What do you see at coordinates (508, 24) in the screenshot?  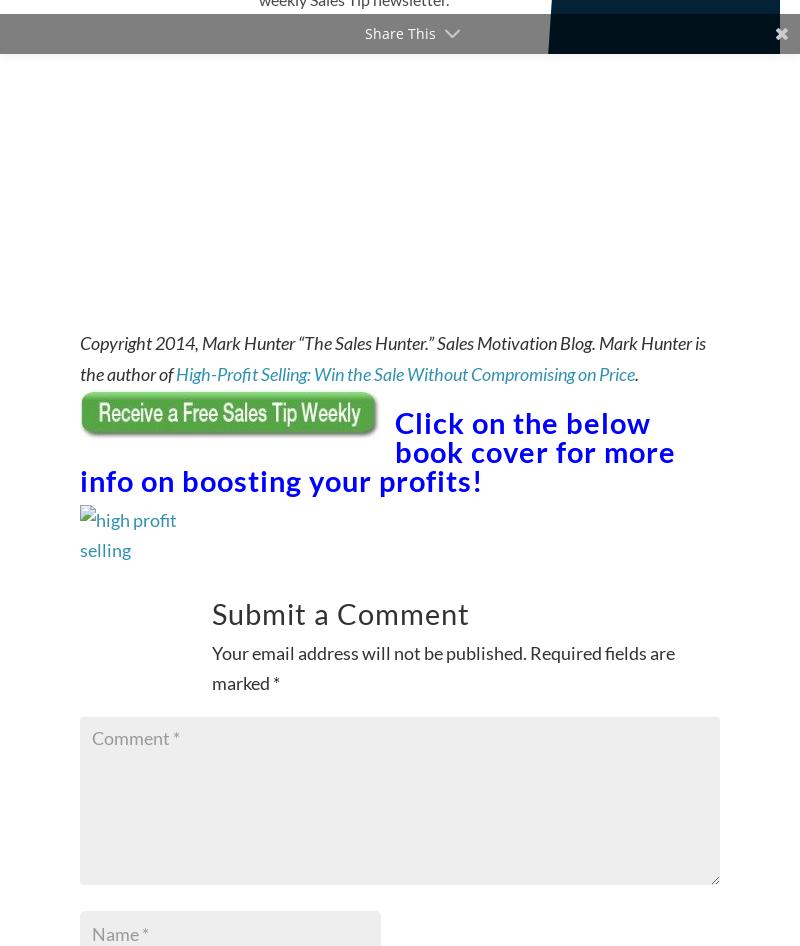 I see `'Read More'` at bounding box center [508, 24].